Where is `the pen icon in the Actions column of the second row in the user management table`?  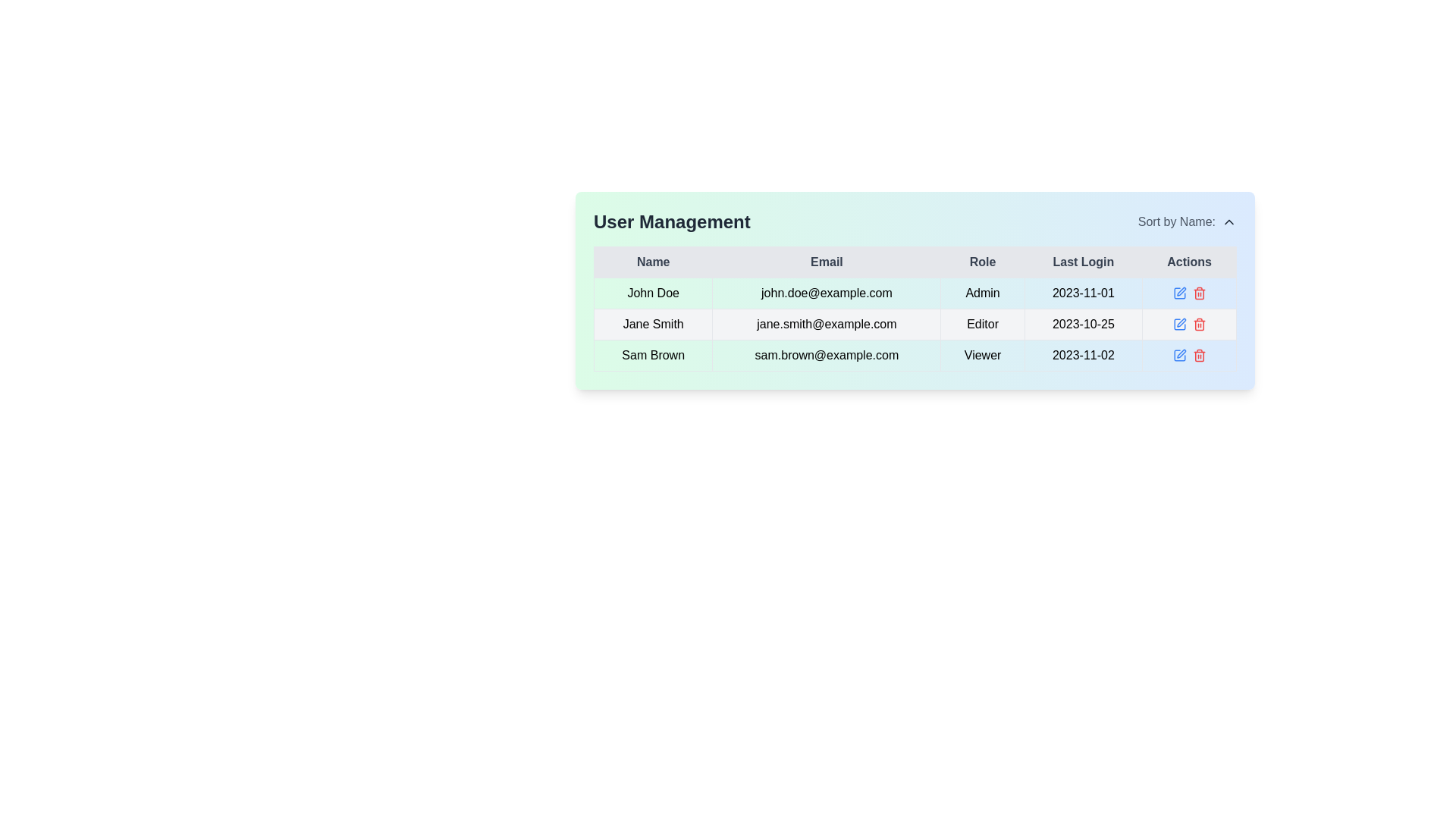 the pen icon in the Actions column of the second row in the user management table is located at coordinates (1180, 291).